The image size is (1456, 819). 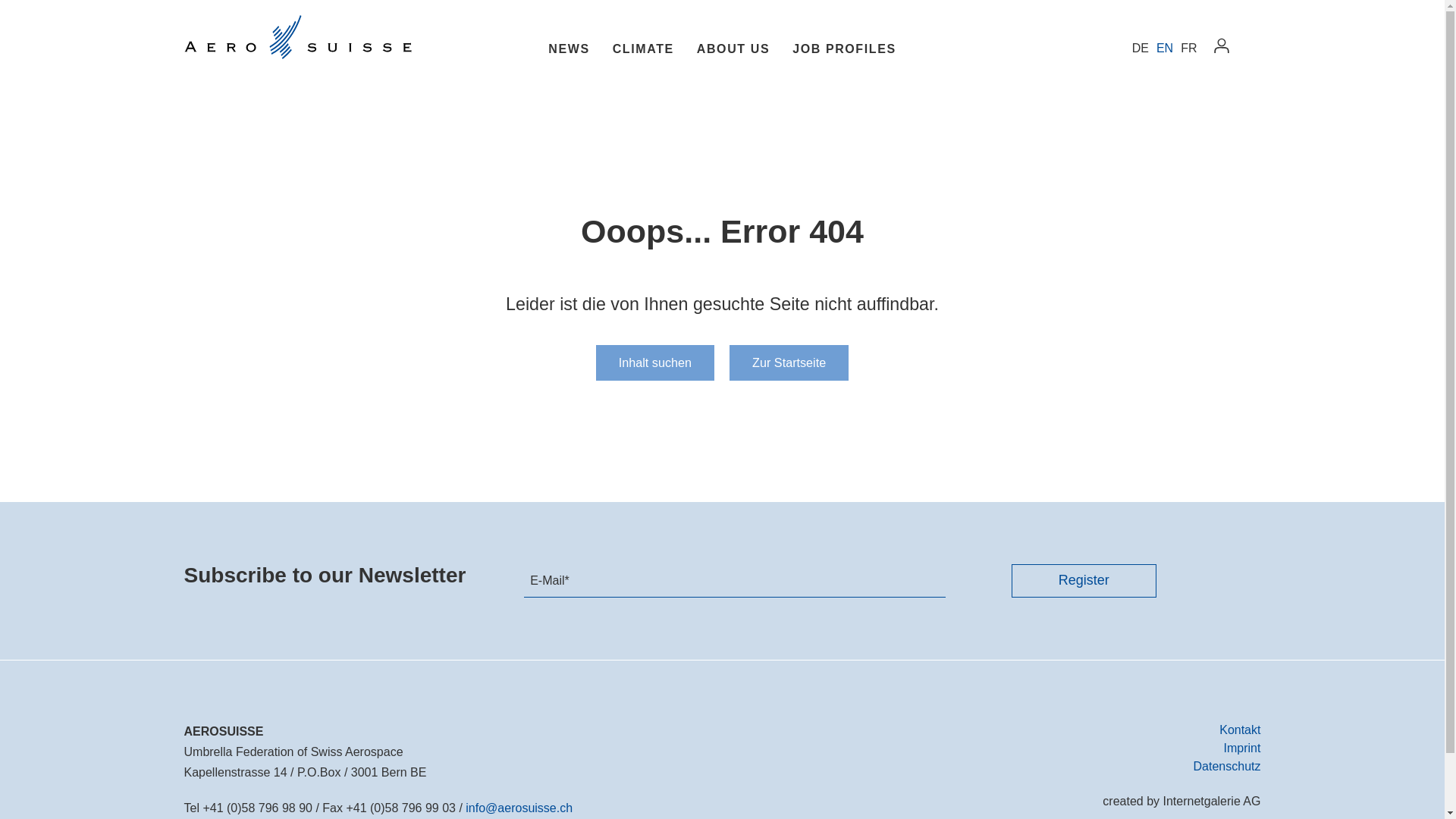 What do you see at coordinates (1140, 48) in the screenshot?
I see `'DE'` at bounding box center [1140, 48].